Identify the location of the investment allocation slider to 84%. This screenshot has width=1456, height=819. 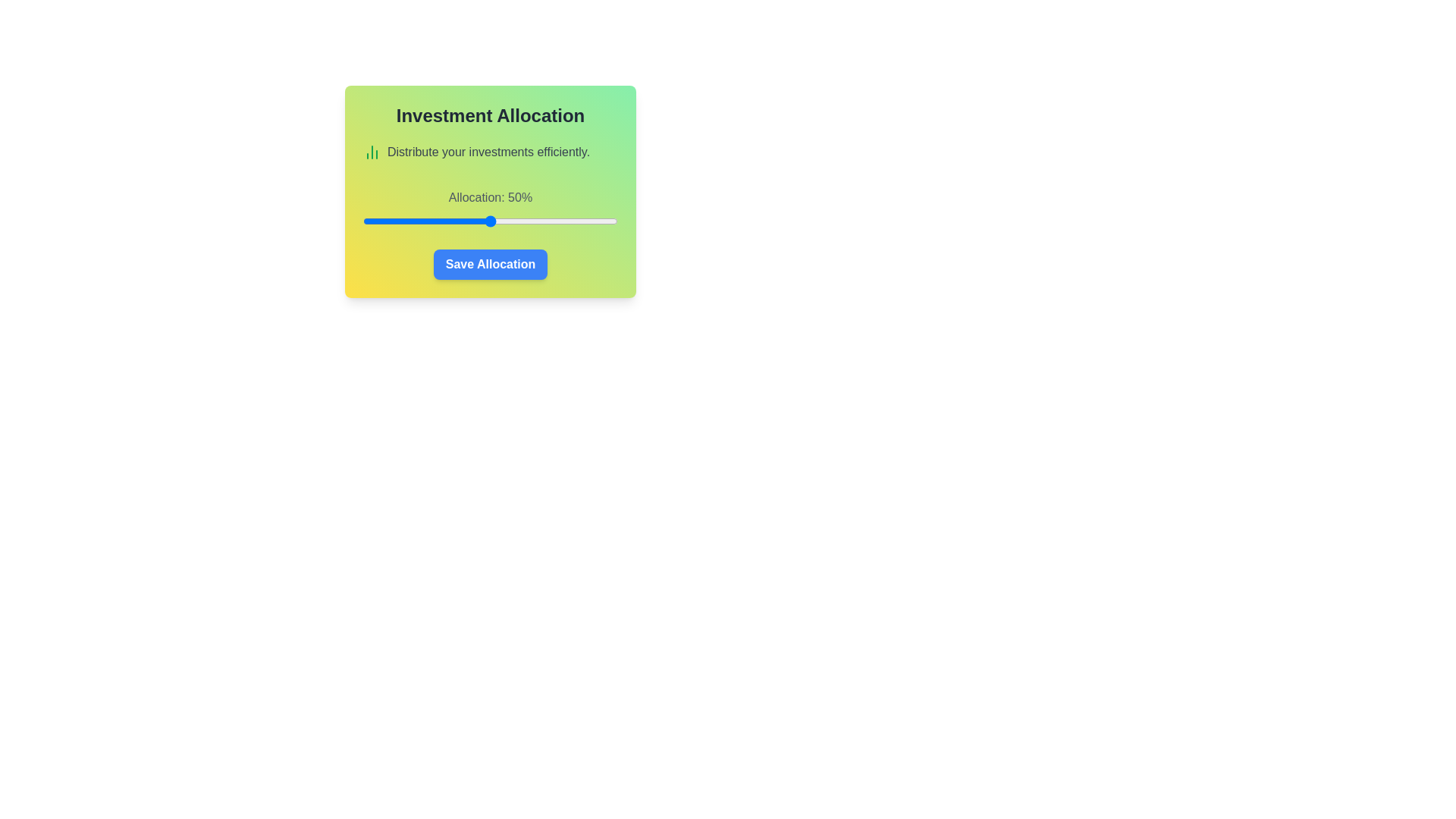
(576, 221).